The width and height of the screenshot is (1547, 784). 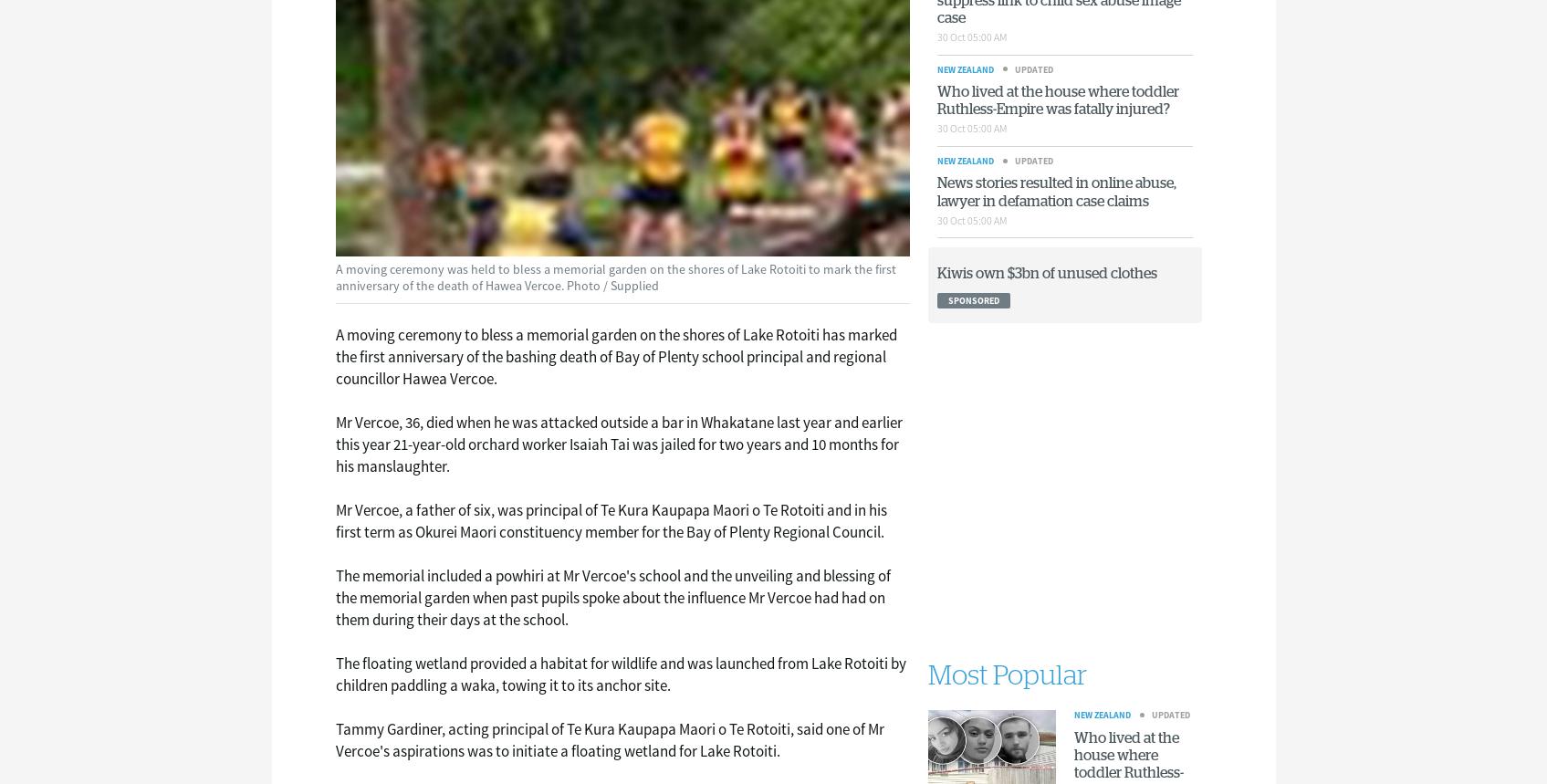 What do you see at coordinates (947, 299) in the screenshot?
I see `'sponsored'` at bounding box center [947, 299].